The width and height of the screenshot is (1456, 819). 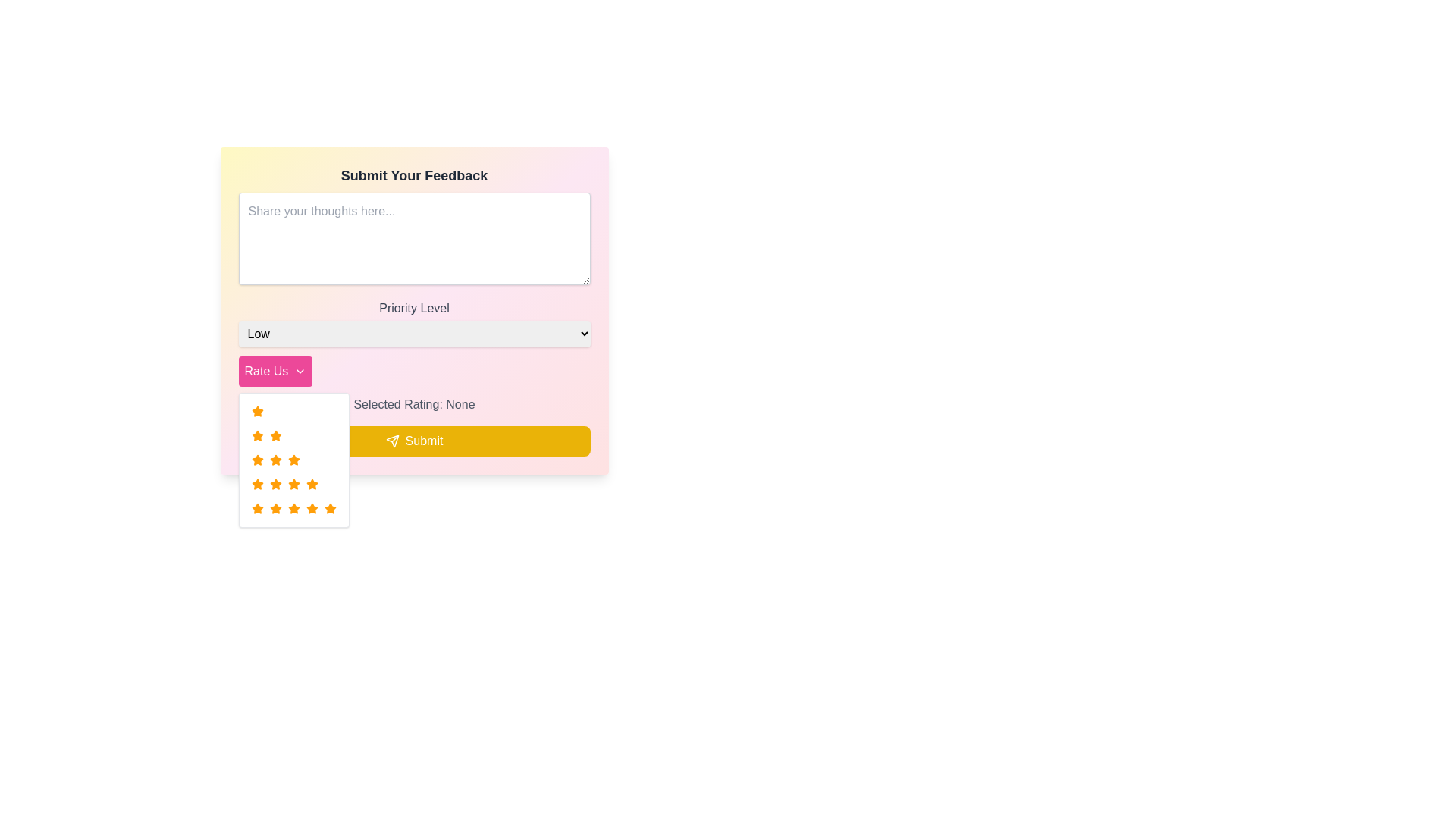 What do you see at coordinates (257, 412) in the screenshot?
I see `the first star icon` at bounding box center [257, 412].